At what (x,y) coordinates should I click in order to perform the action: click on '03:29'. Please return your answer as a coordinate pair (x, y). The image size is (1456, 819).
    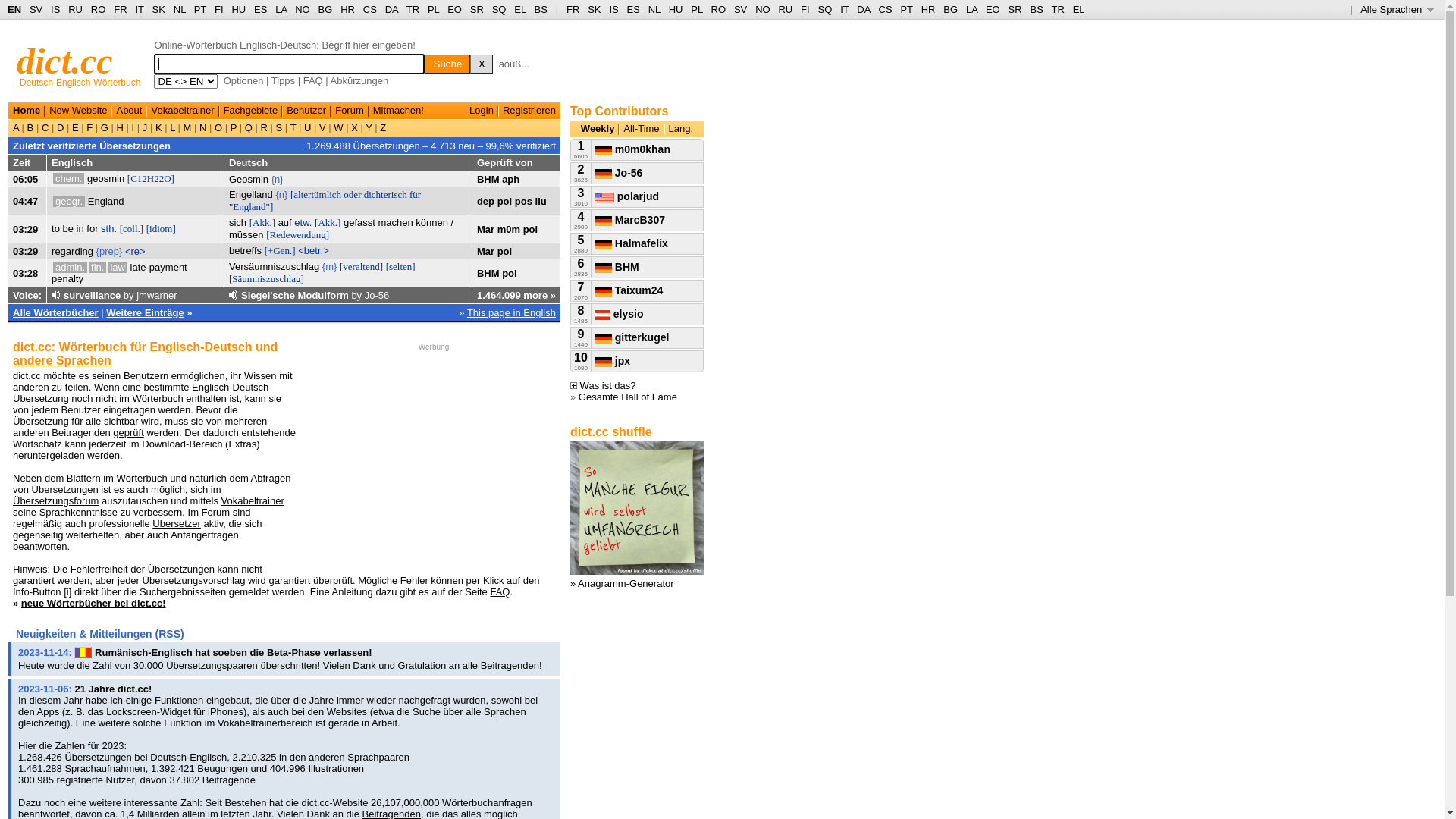
    Looking at the image, I should click on (25, 250).